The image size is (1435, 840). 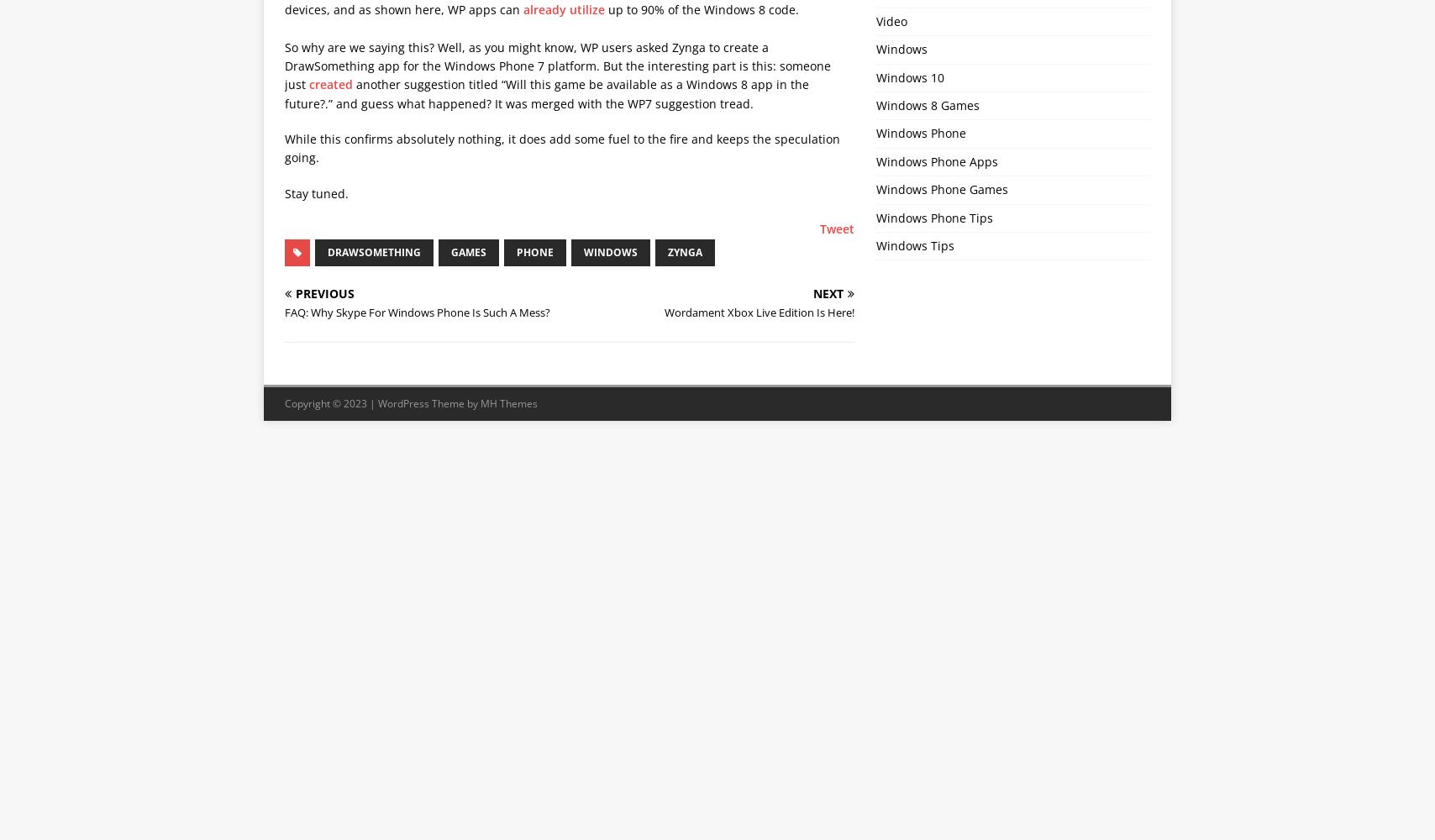 What do you see at coordinates (285, 311) in the screenshot?
I see `'FAQ: Why Skype For Windows Phone Is Such A Mess?'` at bounding box center [285, 311].